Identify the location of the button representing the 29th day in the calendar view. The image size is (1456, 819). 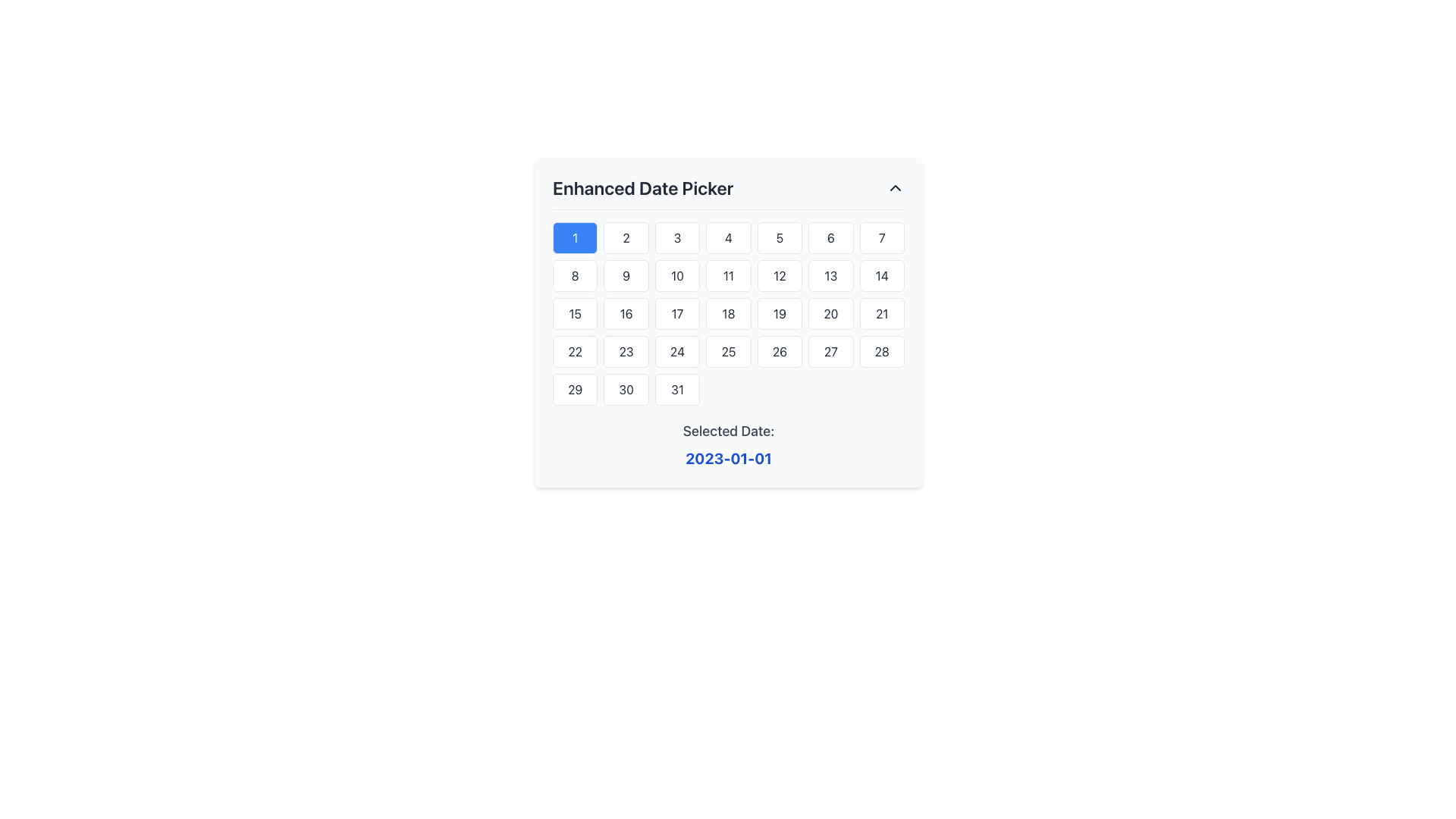
(574, 388).